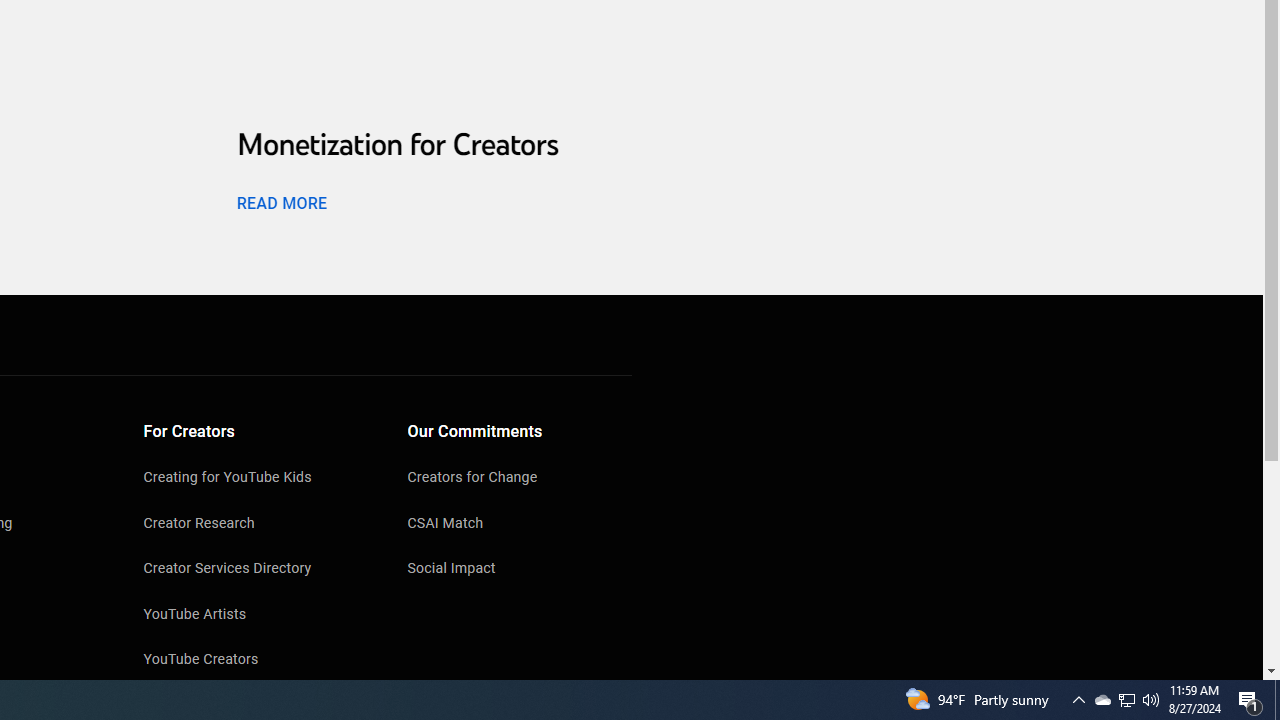  I want to click on 'CSAI Match', so click(519, 523).